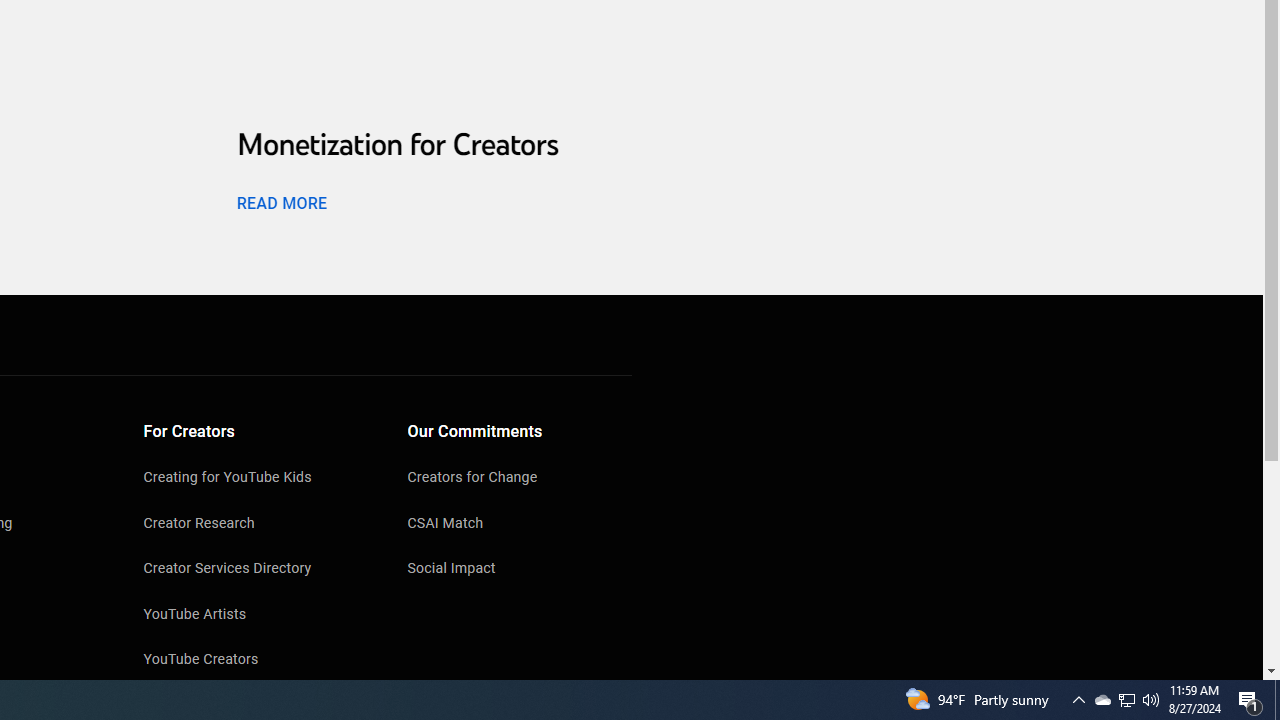  I want to click on 'CSAI Match', so click(519, 523).